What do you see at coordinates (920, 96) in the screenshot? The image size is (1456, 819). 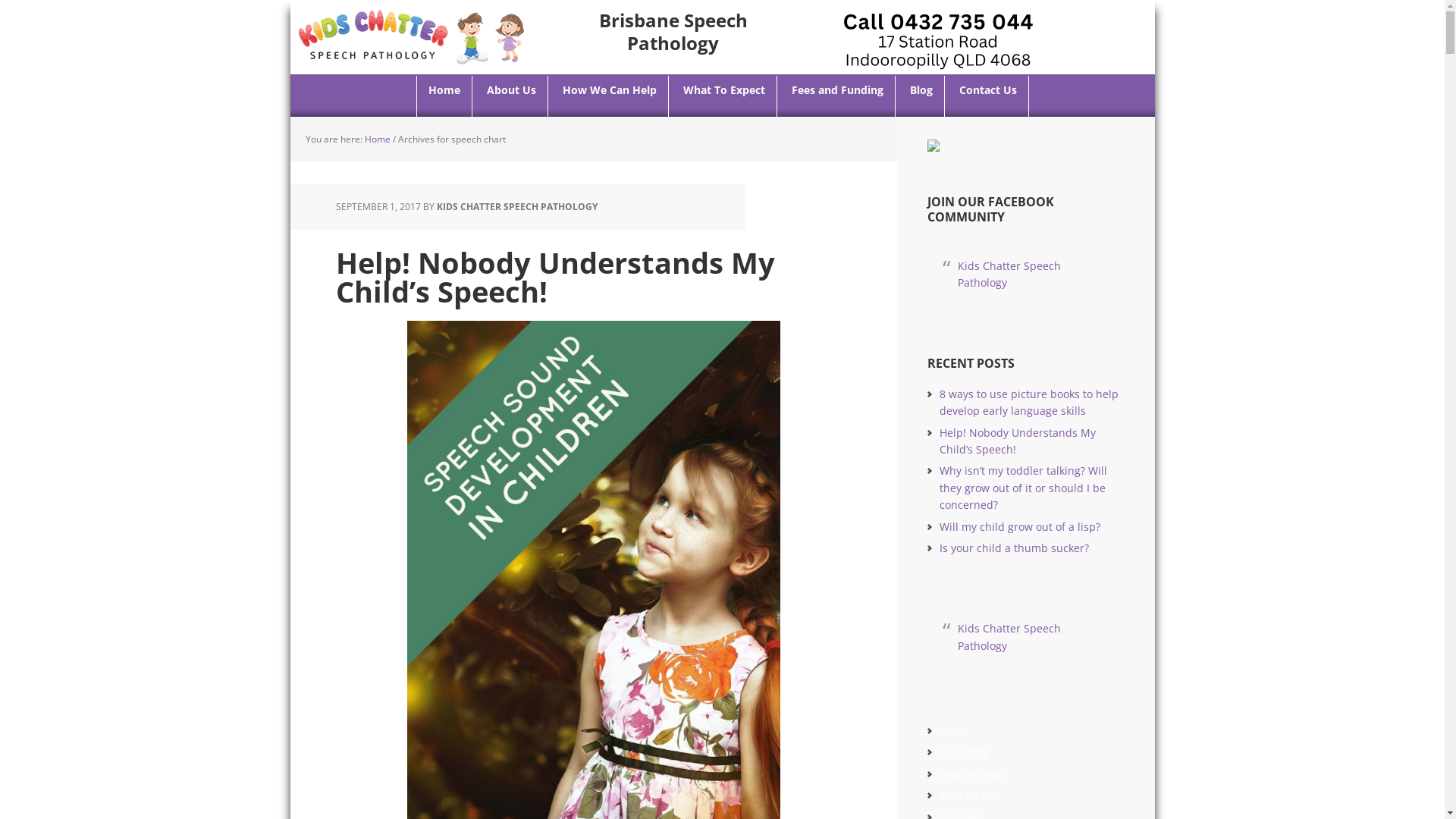 I see `'Blog'` at bounding box center [920, 96].